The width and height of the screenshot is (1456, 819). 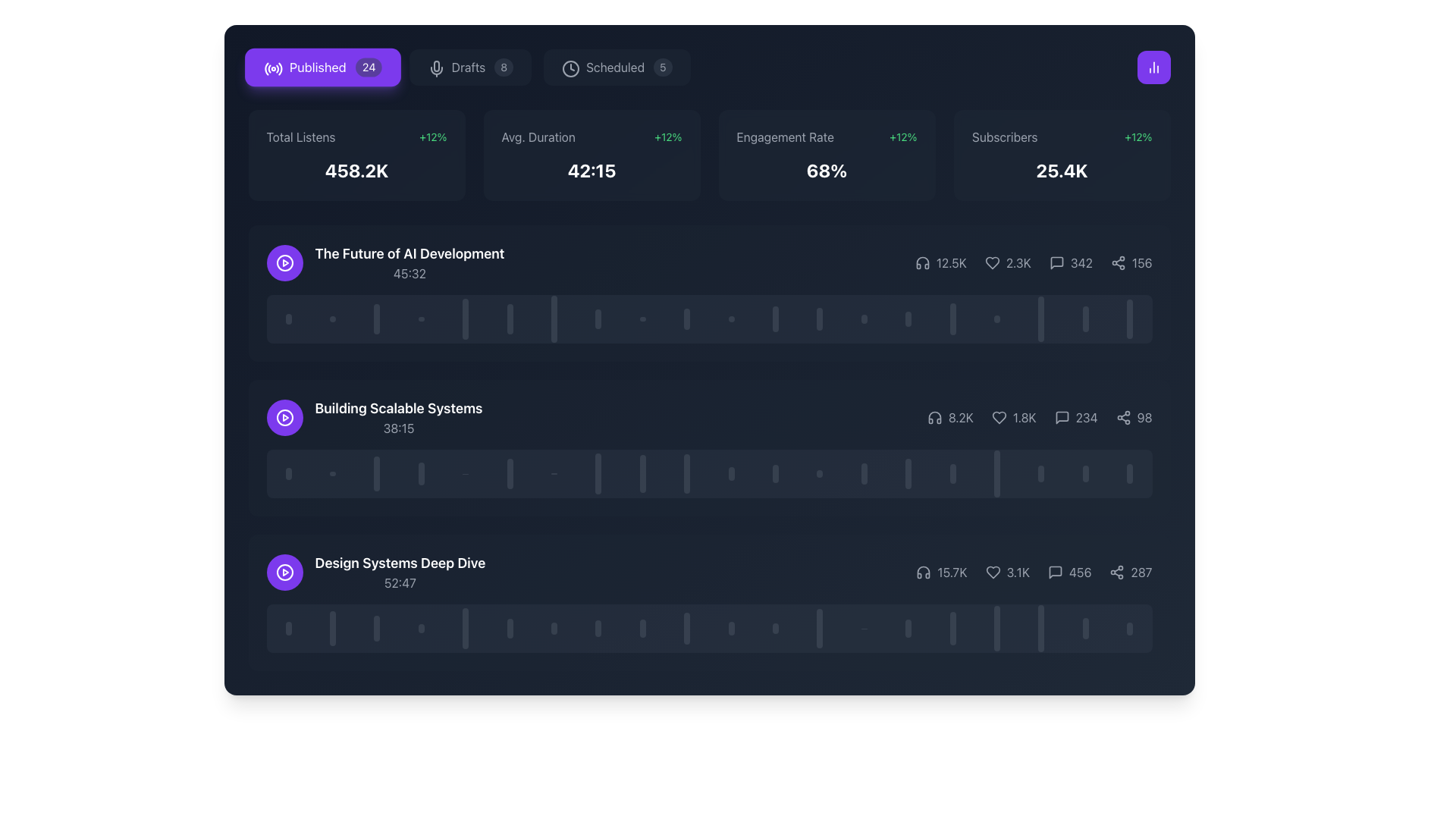 What do you see at coordinates (708, 629) in the screenshot?
I see `the progress bar located at the bottom of the 'Design Systems Deep Dive' card, which displays varying heights of light gray vertical bars on a semi-transparent dark gray background` at bounding box center [708, 629].